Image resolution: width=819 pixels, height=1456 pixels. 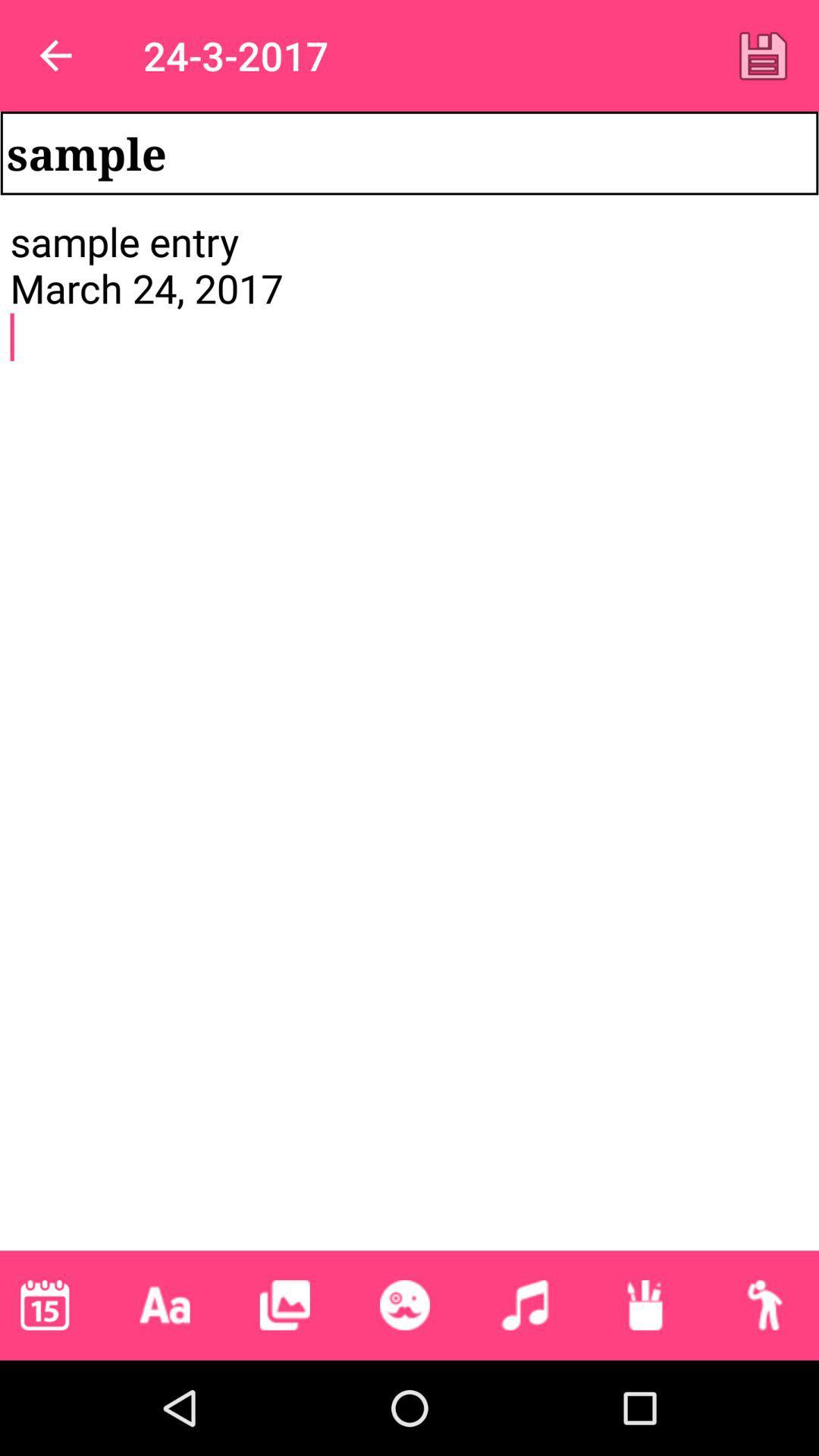 I want to click on entry, so click(x=763, y=55).